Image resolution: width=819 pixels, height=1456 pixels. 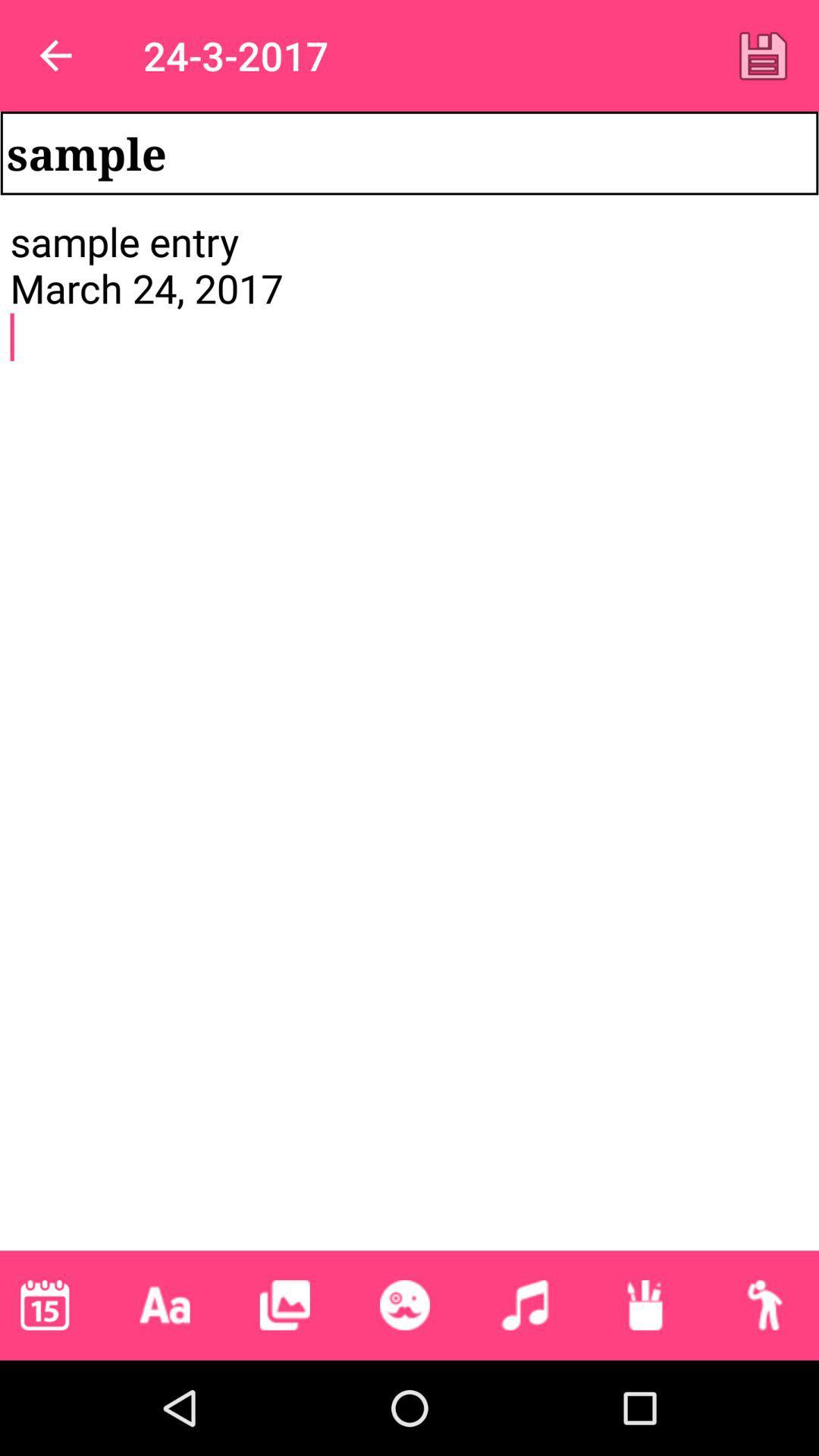 I want to click on entry, so click(x=763, y=55).